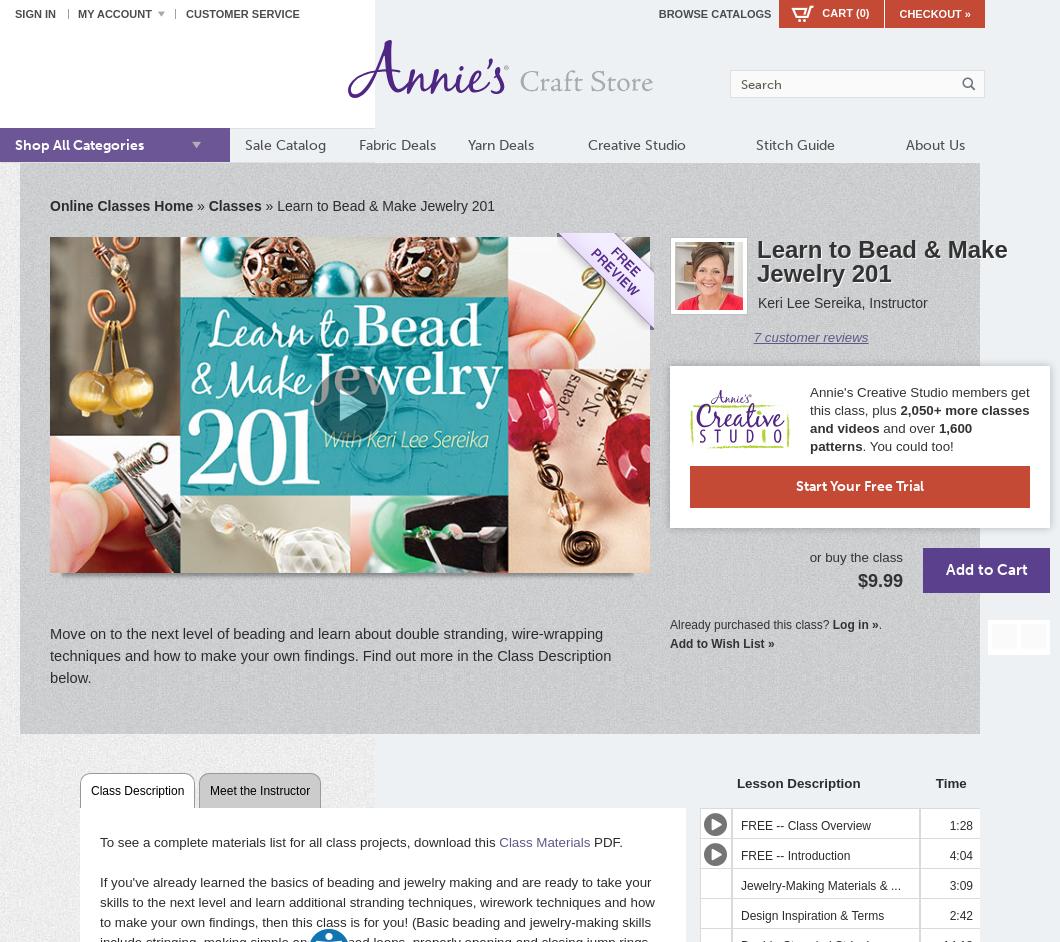 This screenshot has height=942, width=1060. What do you see at coordinates (259, 789) in the screenshot?
I see `'Meet the Instructor'` at bounding box center [259, 789].